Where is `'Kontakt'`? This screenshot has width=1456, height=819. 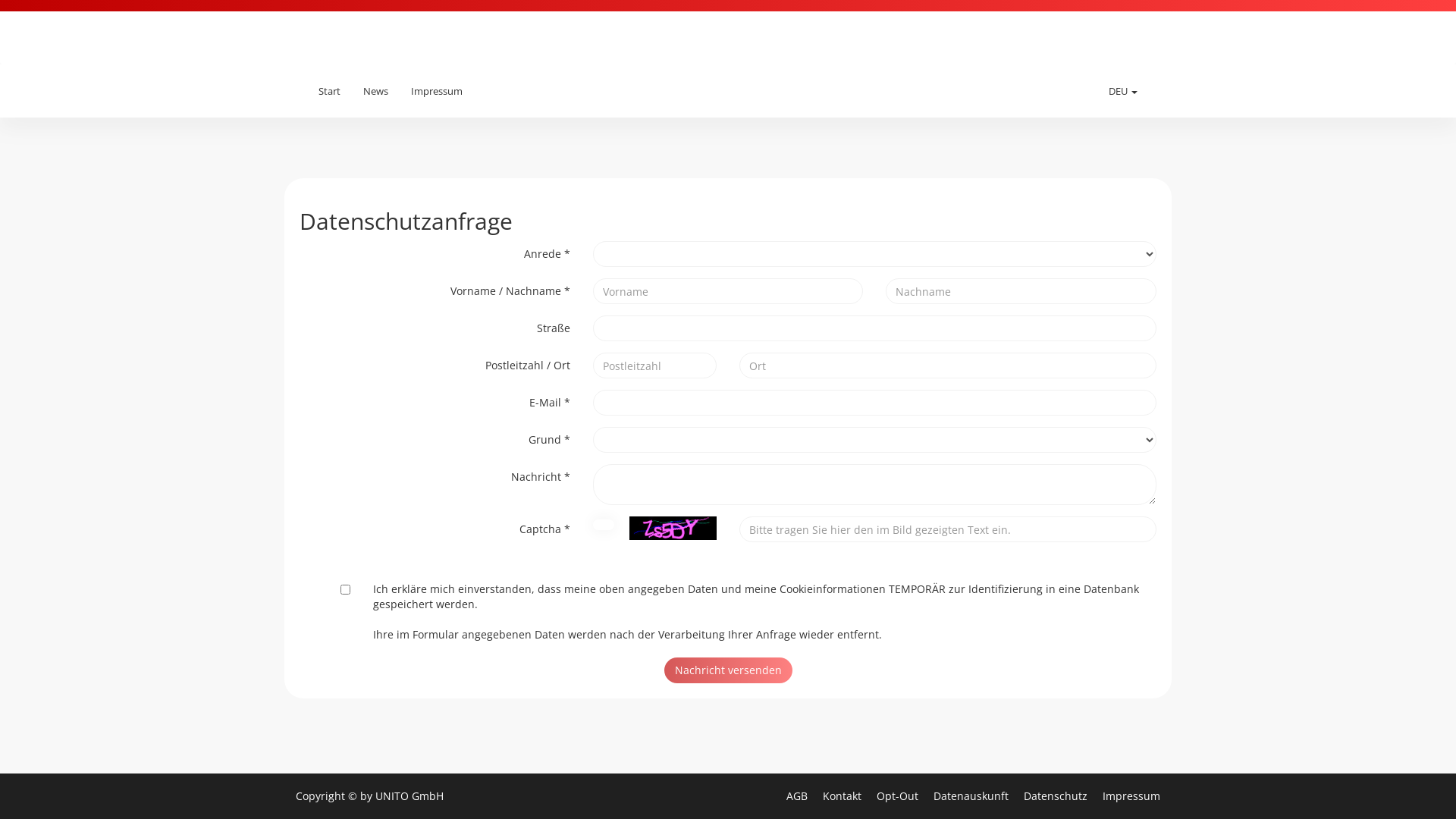
'Kontakt' is located at coordinates (843, 795).